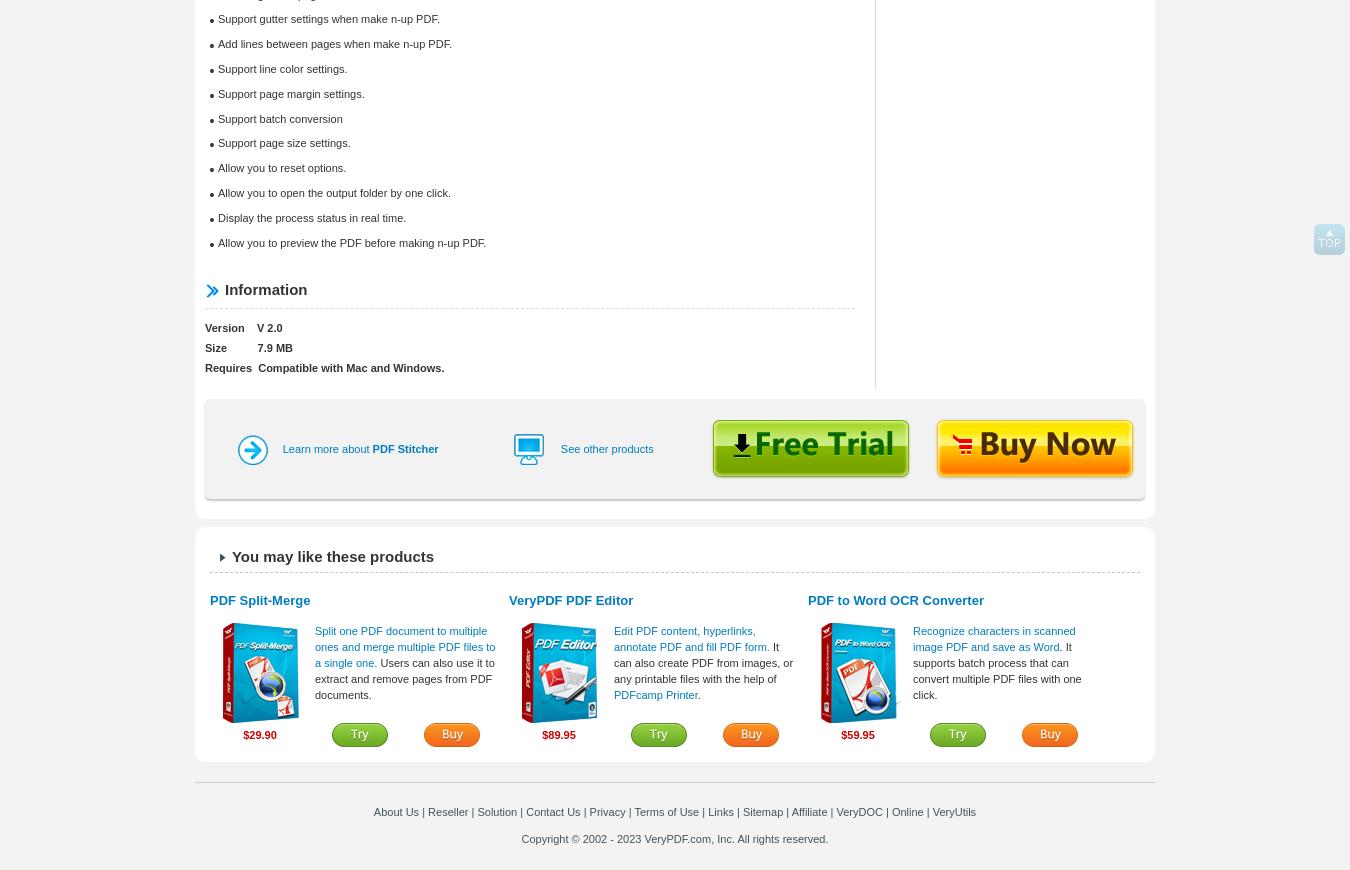 This screenshot has height=870, width=1350. Describe the element at coordinates (247, 348) in the screenshot. I see `'Size           7.9 MB'` at that location.